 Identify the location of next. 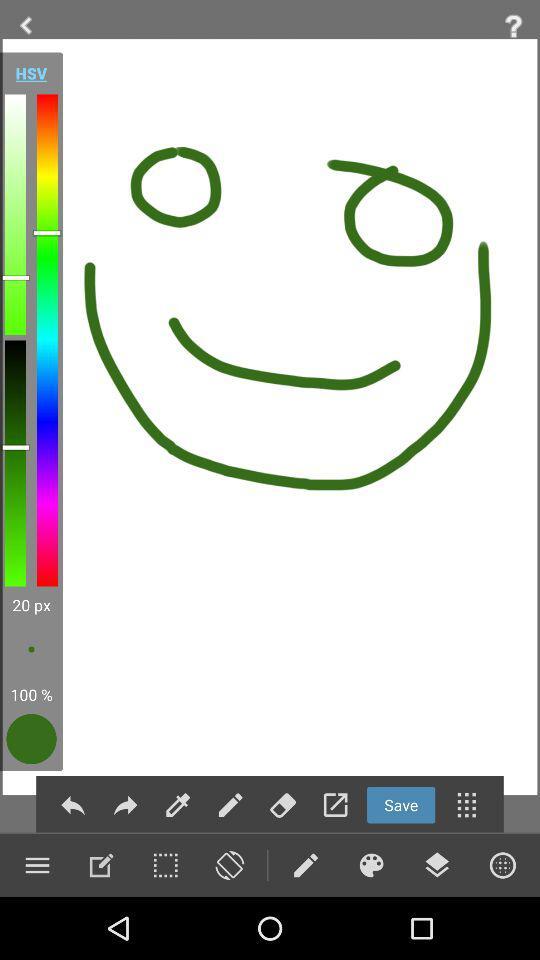
(125, 805).